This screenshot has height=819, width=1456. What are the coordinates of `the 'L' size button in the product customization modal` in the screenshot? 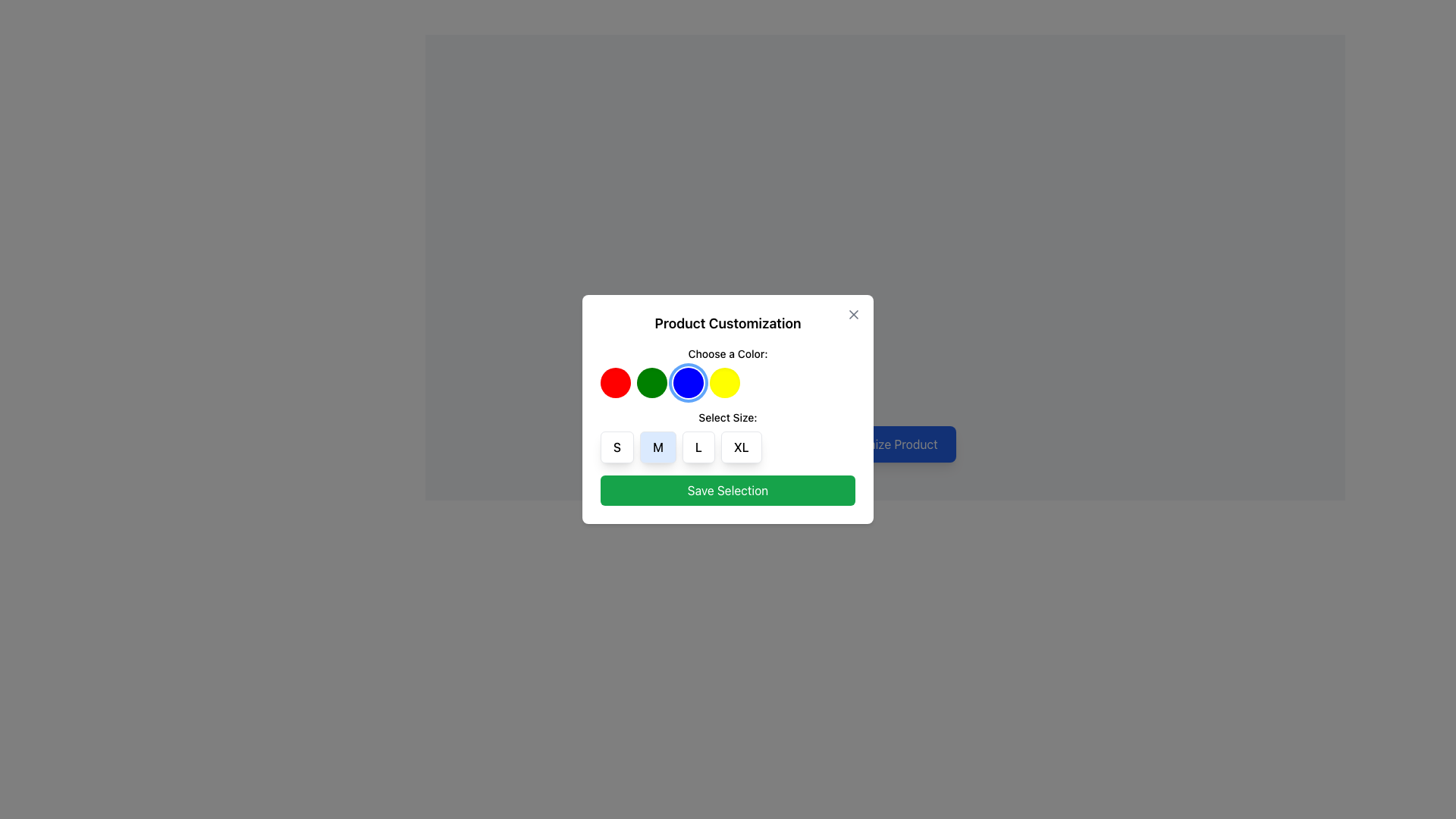 It's located at (698, 447).